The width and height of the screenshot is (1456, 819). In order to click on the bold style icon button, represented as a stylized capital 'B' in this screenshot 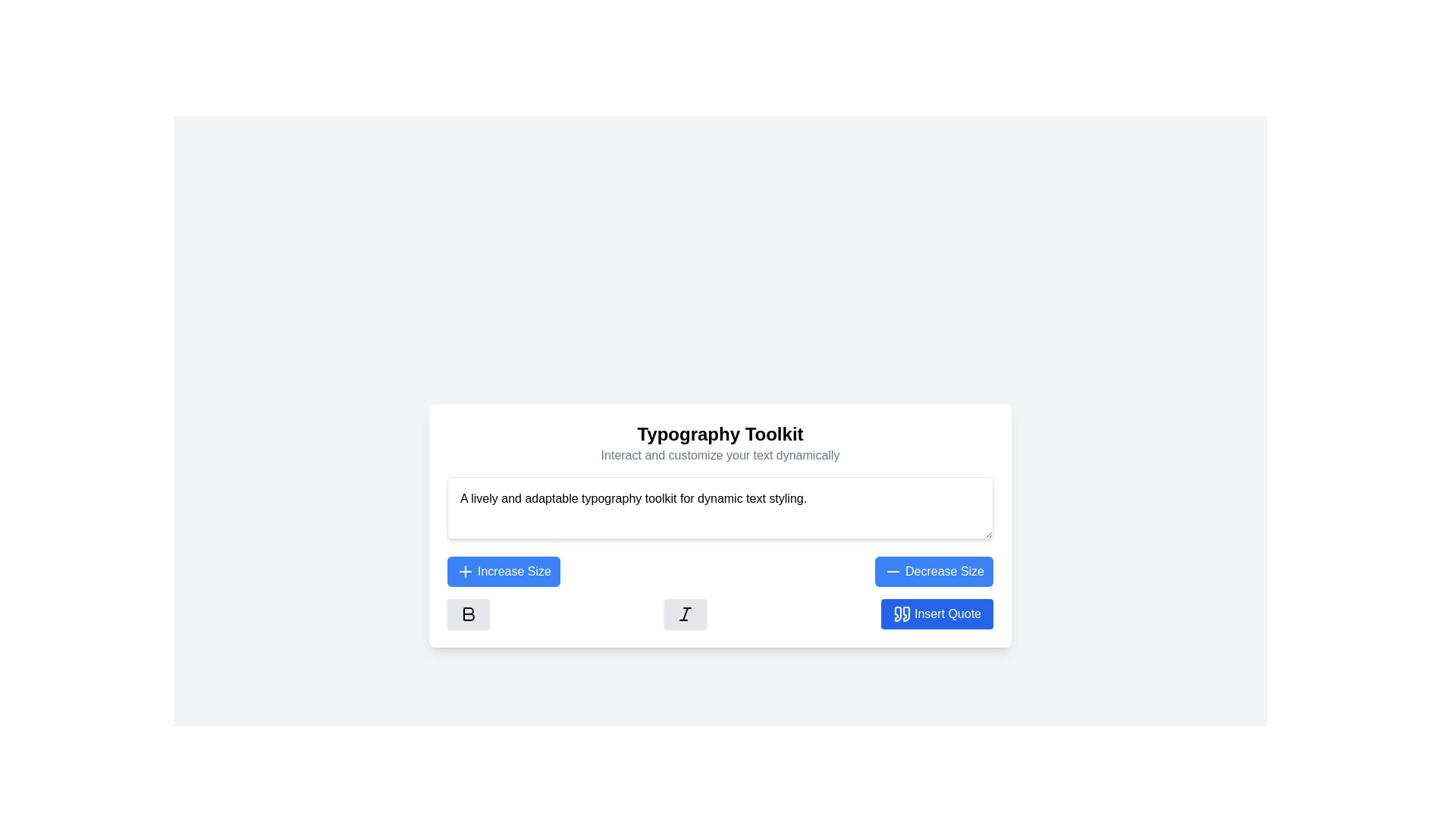, I will do `click(468, 613)`.